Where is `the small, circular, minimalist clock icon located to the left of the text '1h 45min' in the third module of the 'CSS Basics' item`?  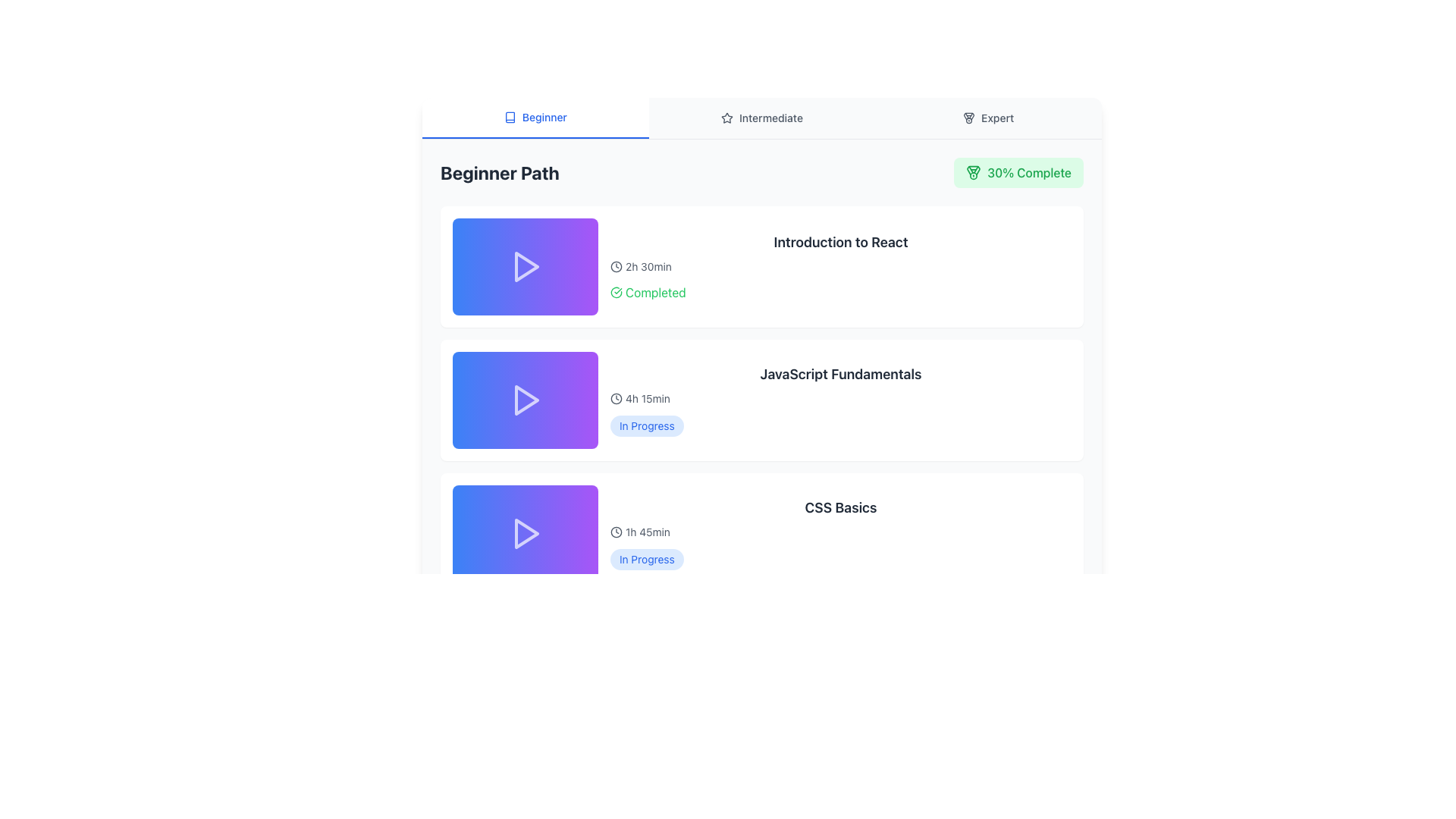
the small, circular, minimalist clock icon located to the left of the text '1h 45min' in the third module of the 'CSS Basics' item is located at coordinates (616, 532).